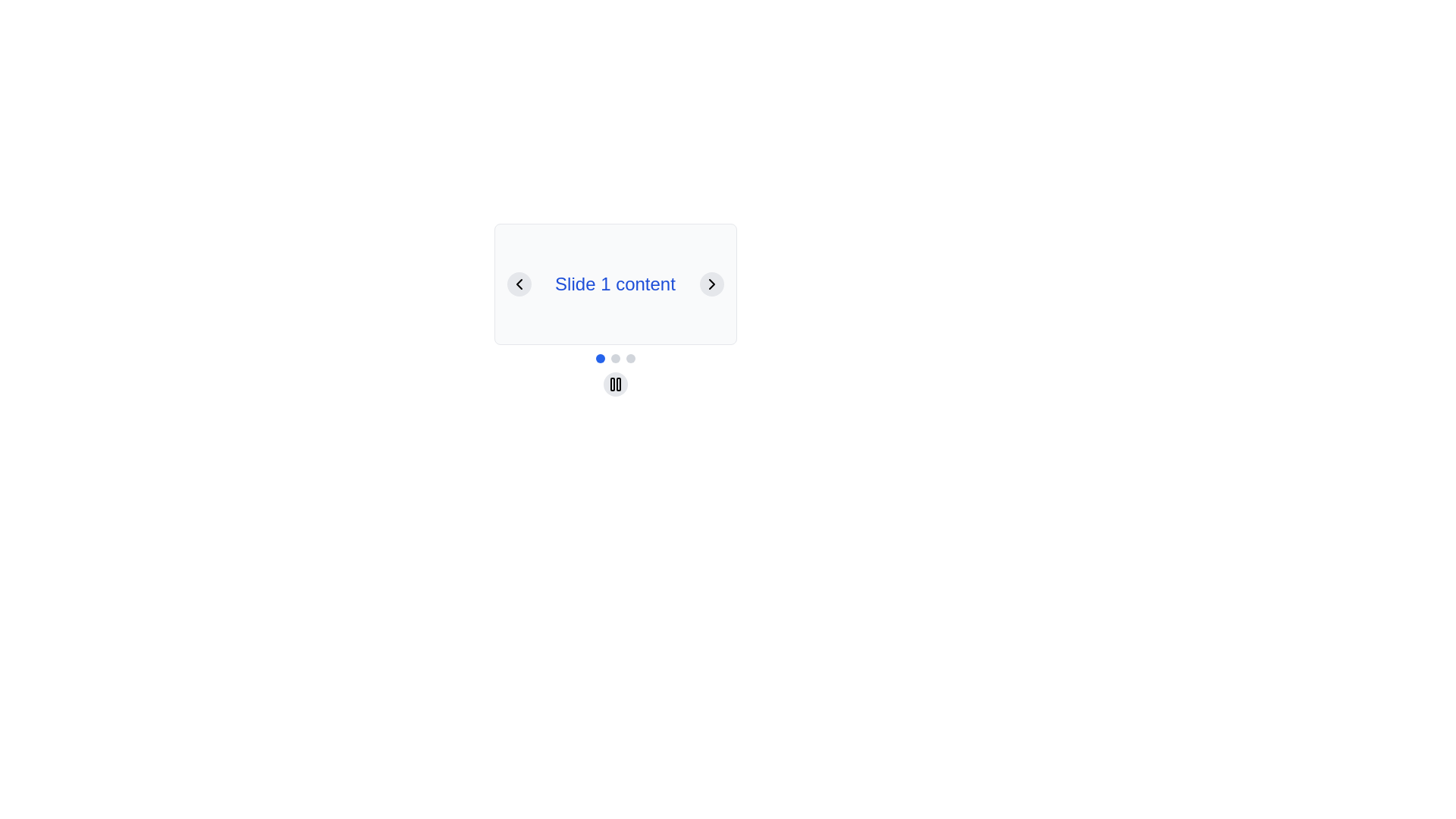 Image resolution: width=1456 pixels, height=819 pixels. I want to click on the central text element that displays content for a specific slide in the slideshow, located within a horizontally elongated white box, so click(615, 284).